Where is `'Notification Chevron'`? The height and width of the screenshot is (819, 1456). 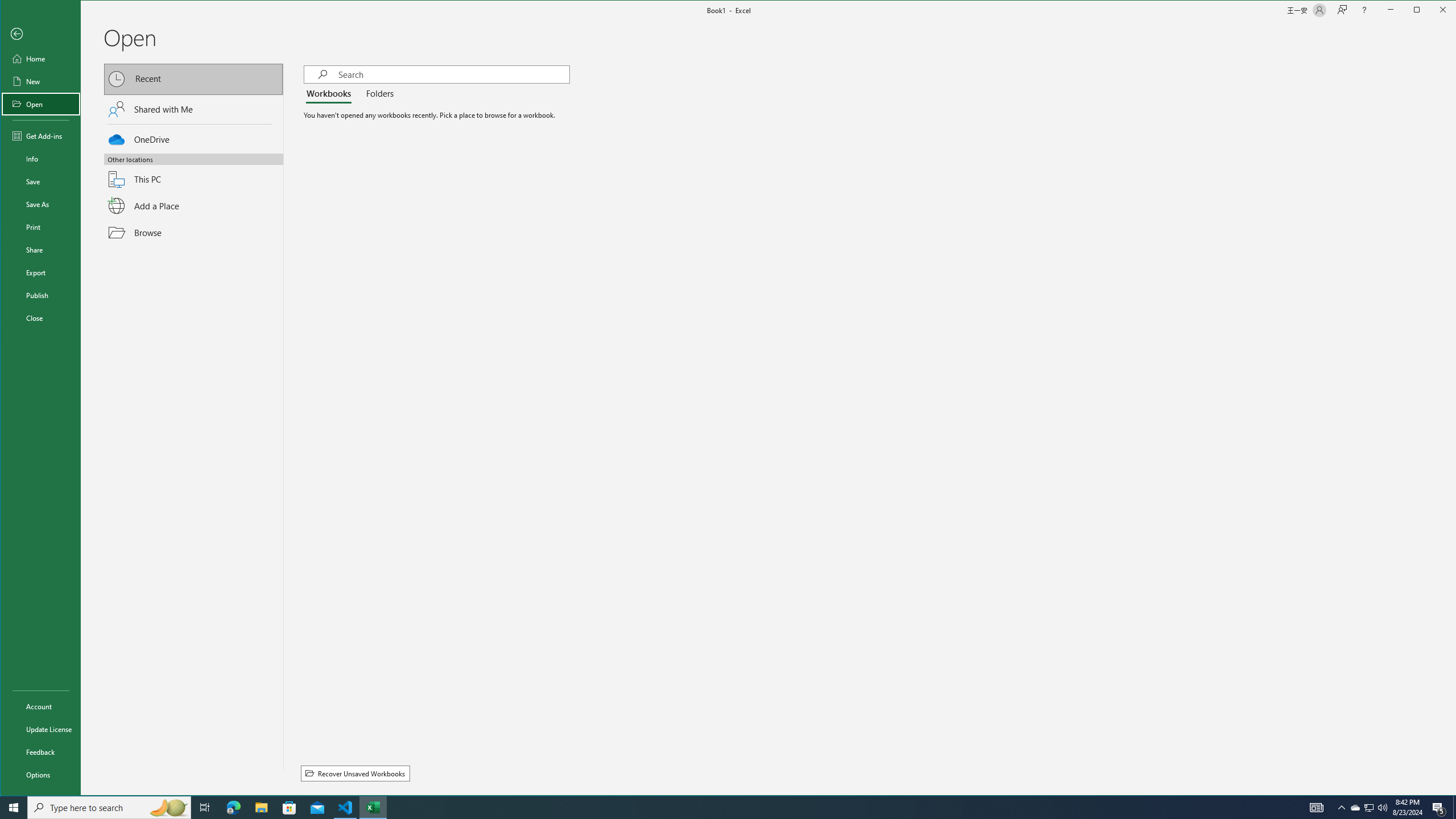
'Notification Chevron' is located at coordinates (1355, 806).